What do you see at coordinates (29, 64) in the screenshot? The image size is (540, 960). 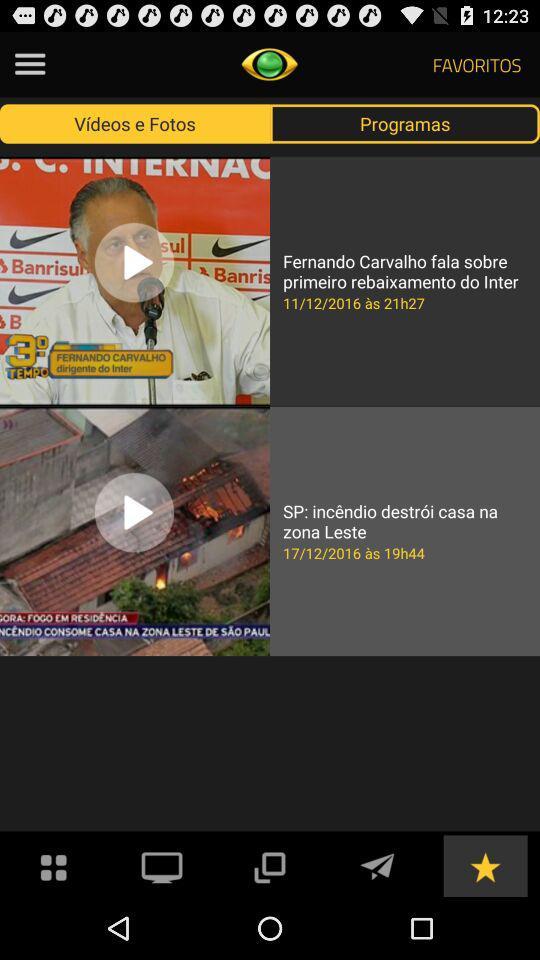 I see `menu item` at bounding box center [29, 64].